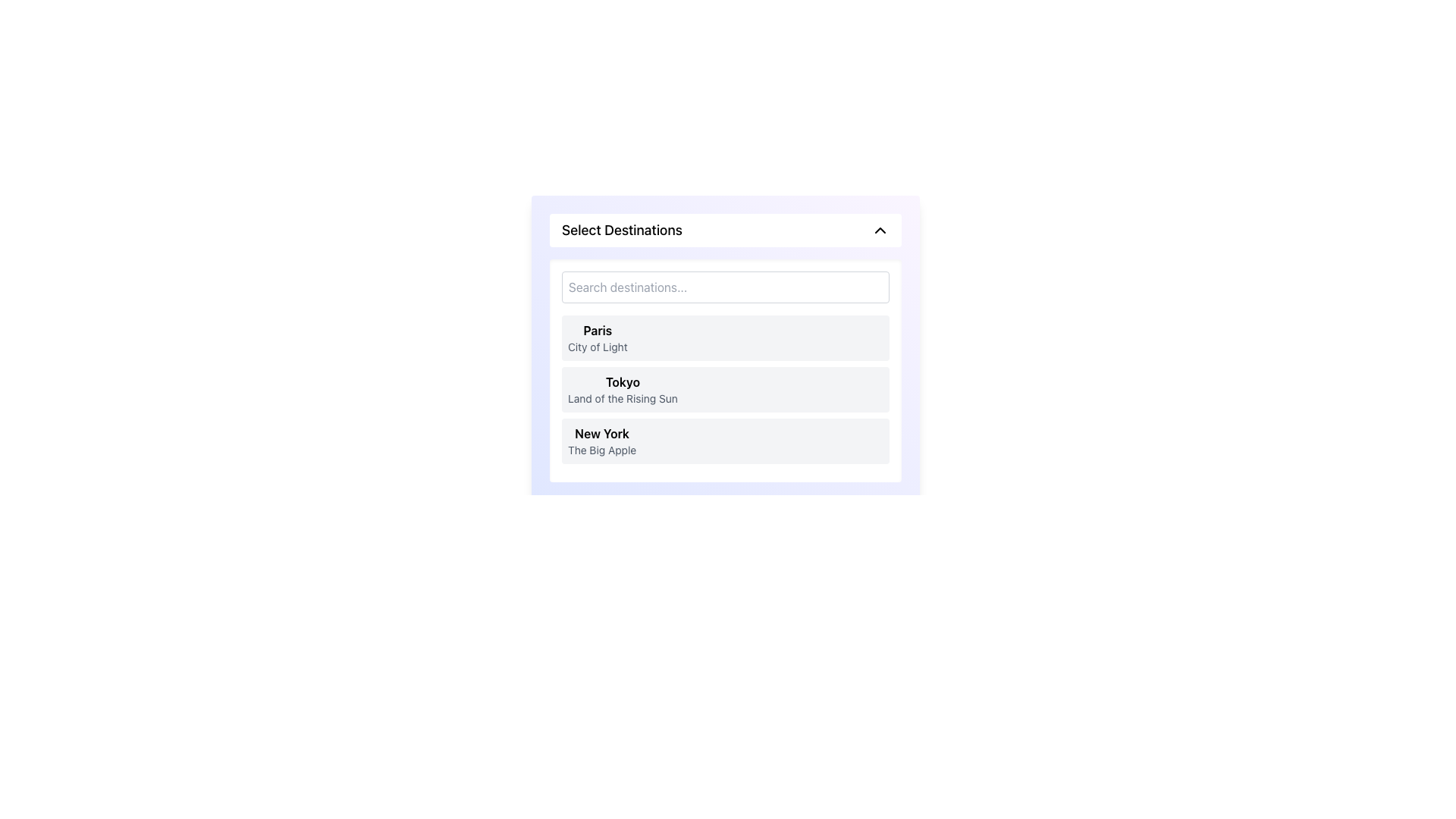 Image resolution: width=1456 pixels, height=819 pixels. I want to click on the first list item in the 'Select Destinations' drop-down menu, which features 'Paris' in bold and 'City of Light' in a lighter font, so click(724, 348).